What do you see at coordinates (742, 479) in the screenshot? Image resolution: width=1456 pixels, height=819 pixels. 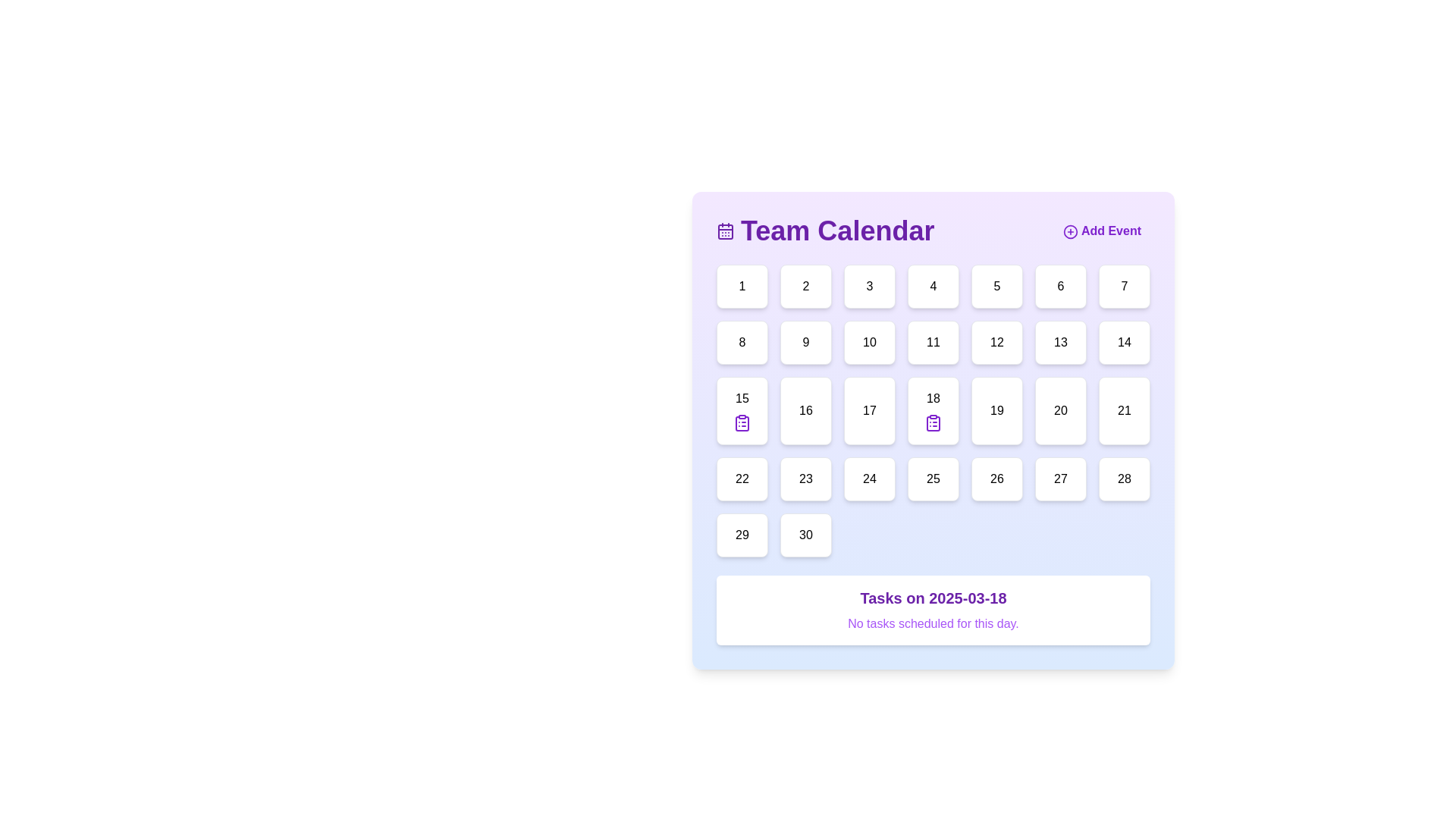 I see `the date button displaying '22' in the calendar view` at bounding box center [742, 479].